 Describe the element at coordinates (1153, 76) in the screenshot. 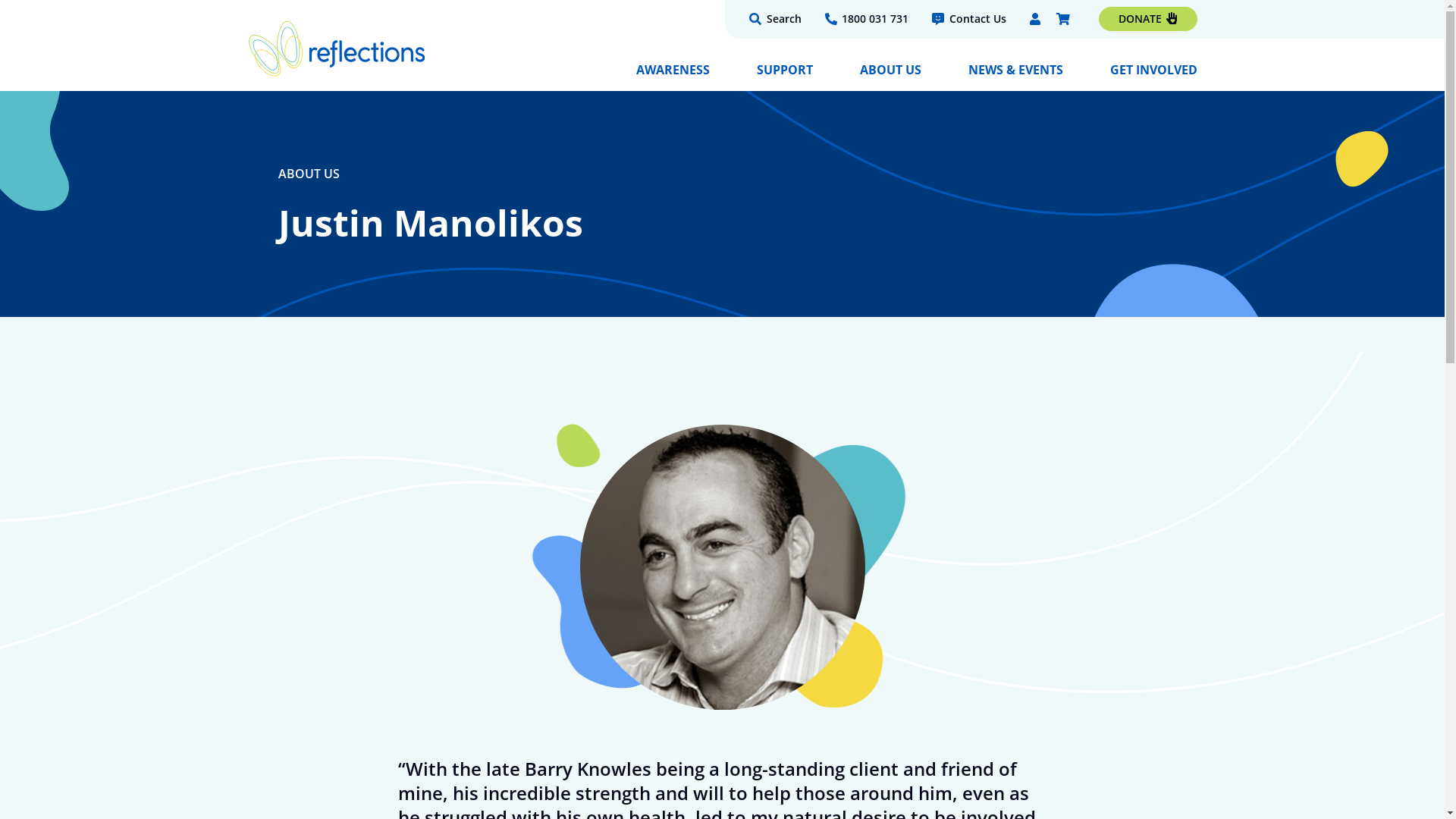

I see `'GET INVOLVED'` at that location.